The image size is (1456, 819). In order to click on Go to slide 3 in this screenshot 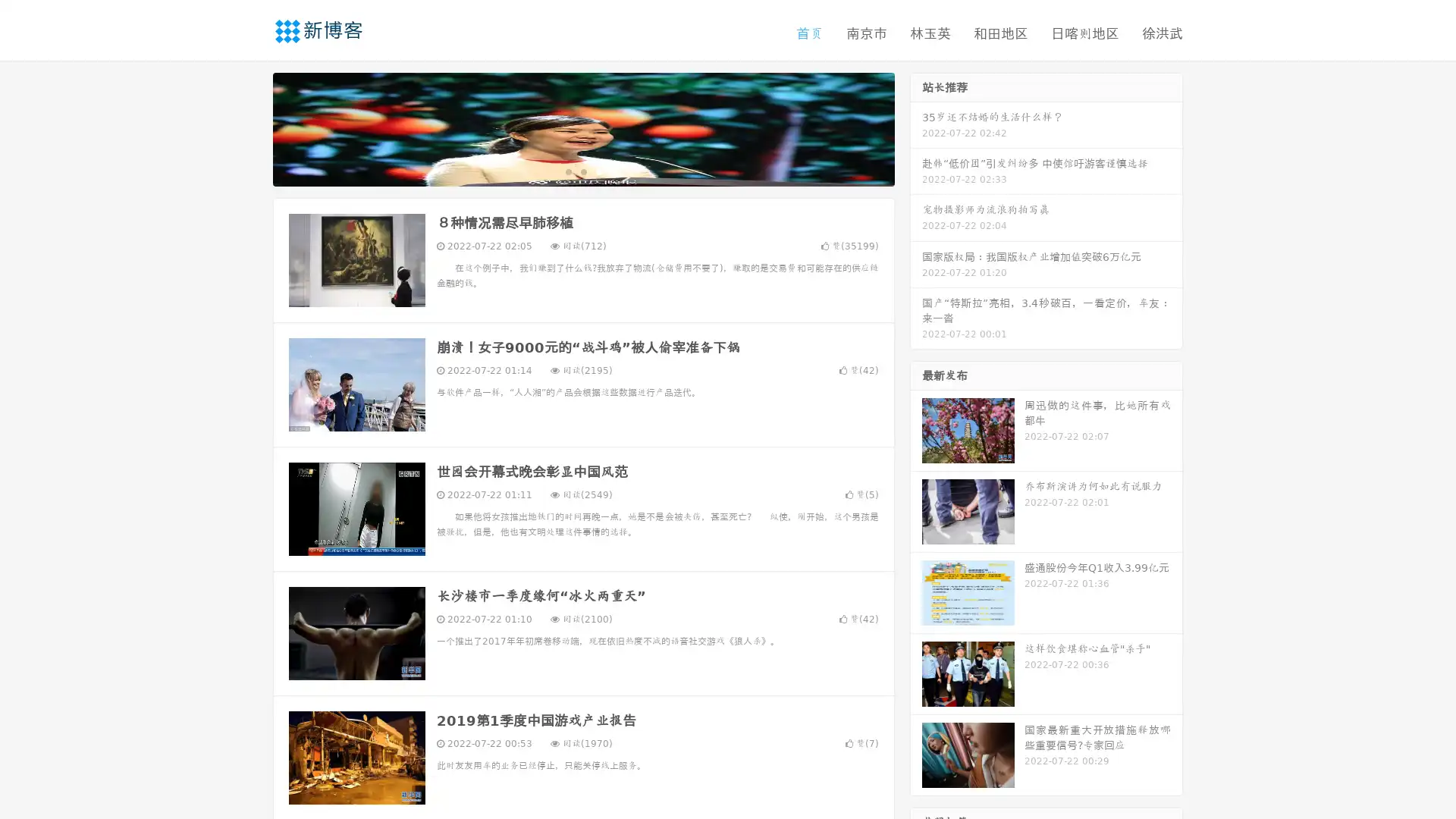, I will do `click(598, 171)`.